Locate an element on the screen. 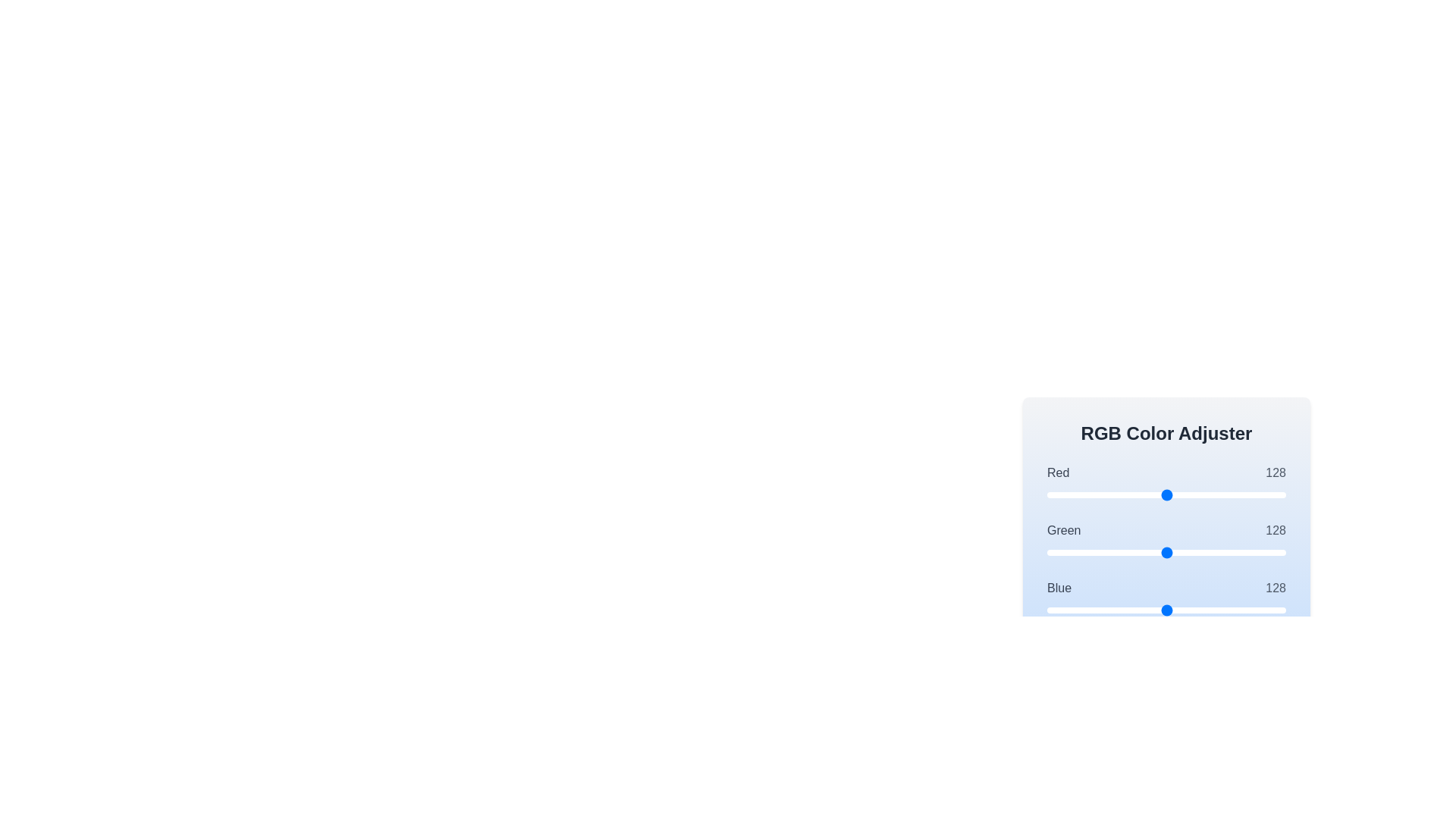 The image size is (1456, 819). the 0 slider to set its value to 54 is located at coordinates (1097, 494).